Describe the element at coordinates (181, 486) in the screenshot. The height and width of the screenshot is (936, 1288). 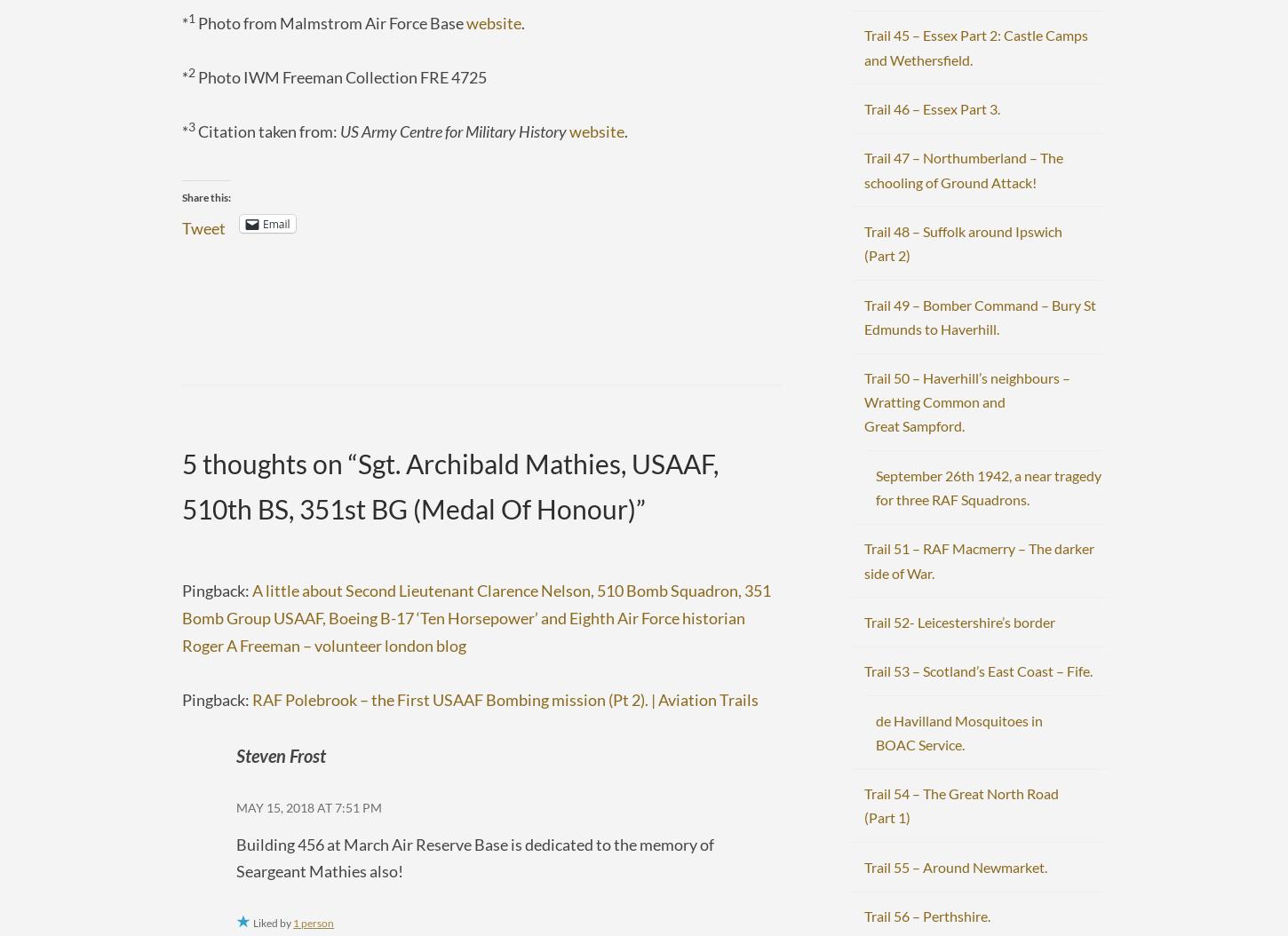
I see `'Sgt. Archibald Mathies, USAAF, 510th BS, 351st BG (Medal Of Honour)'` at that location.